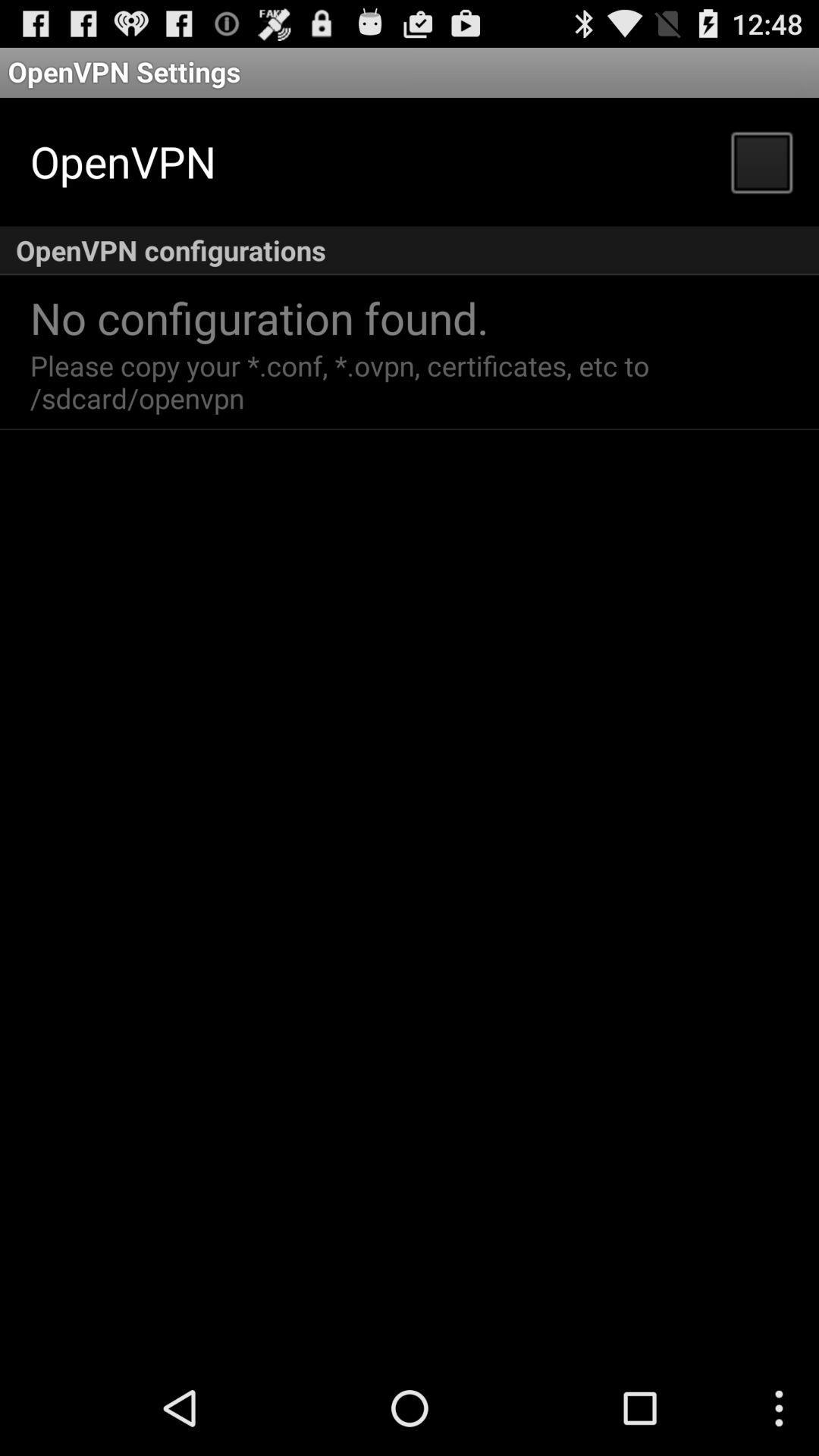 Image resolution: width=819 pixels, height=1456 pixels. What do you see at coordinates (344, 381) in the screenshot?
I see `the app below the no configuration found. icon` at bounding box center [344, 381].